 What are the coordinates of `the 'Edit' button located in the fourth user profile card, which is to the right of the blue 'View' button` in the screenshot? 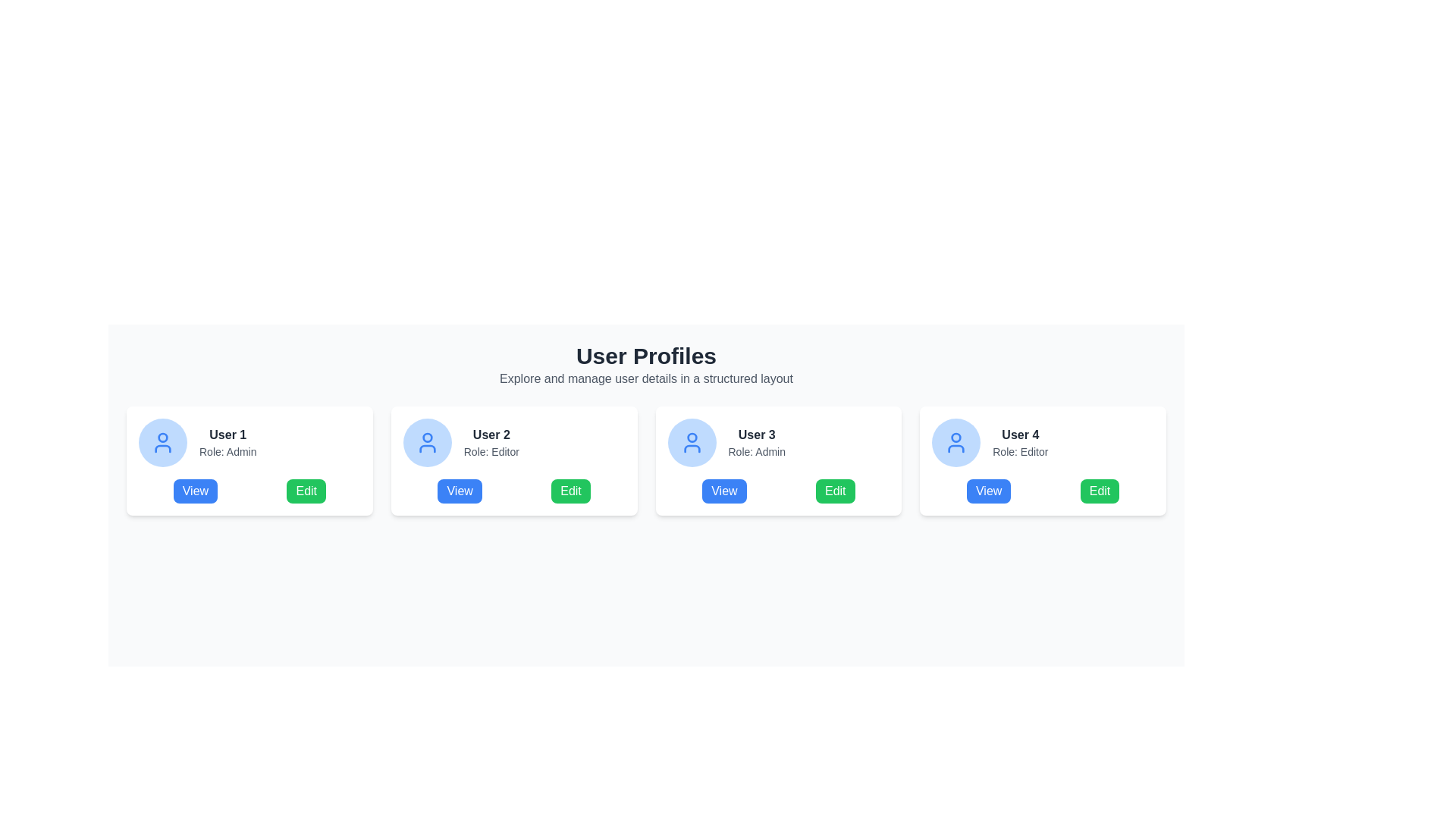 It's located at (1099, 491).